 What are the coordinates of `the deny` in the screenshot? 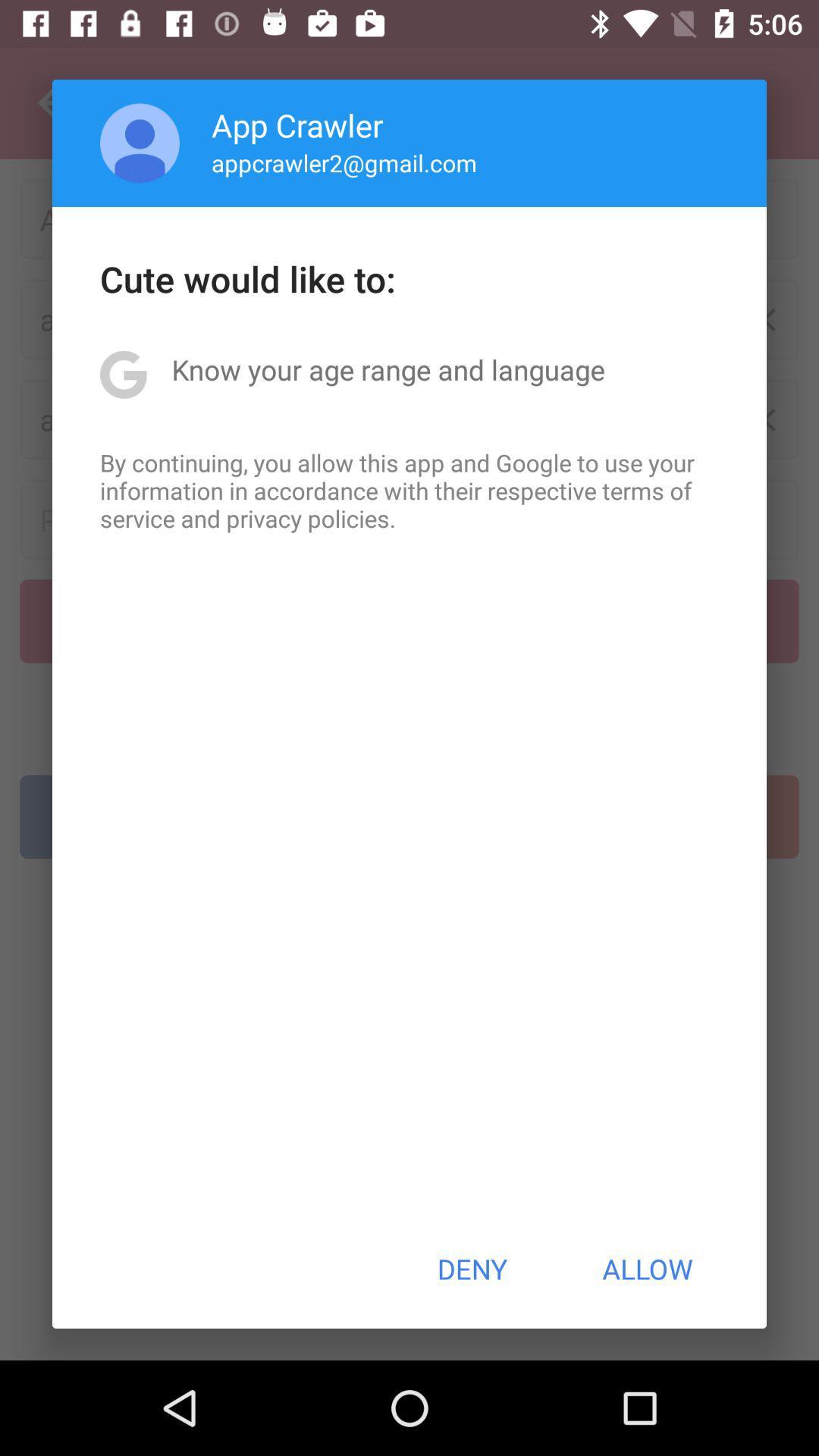 It's located at (471, 1269).